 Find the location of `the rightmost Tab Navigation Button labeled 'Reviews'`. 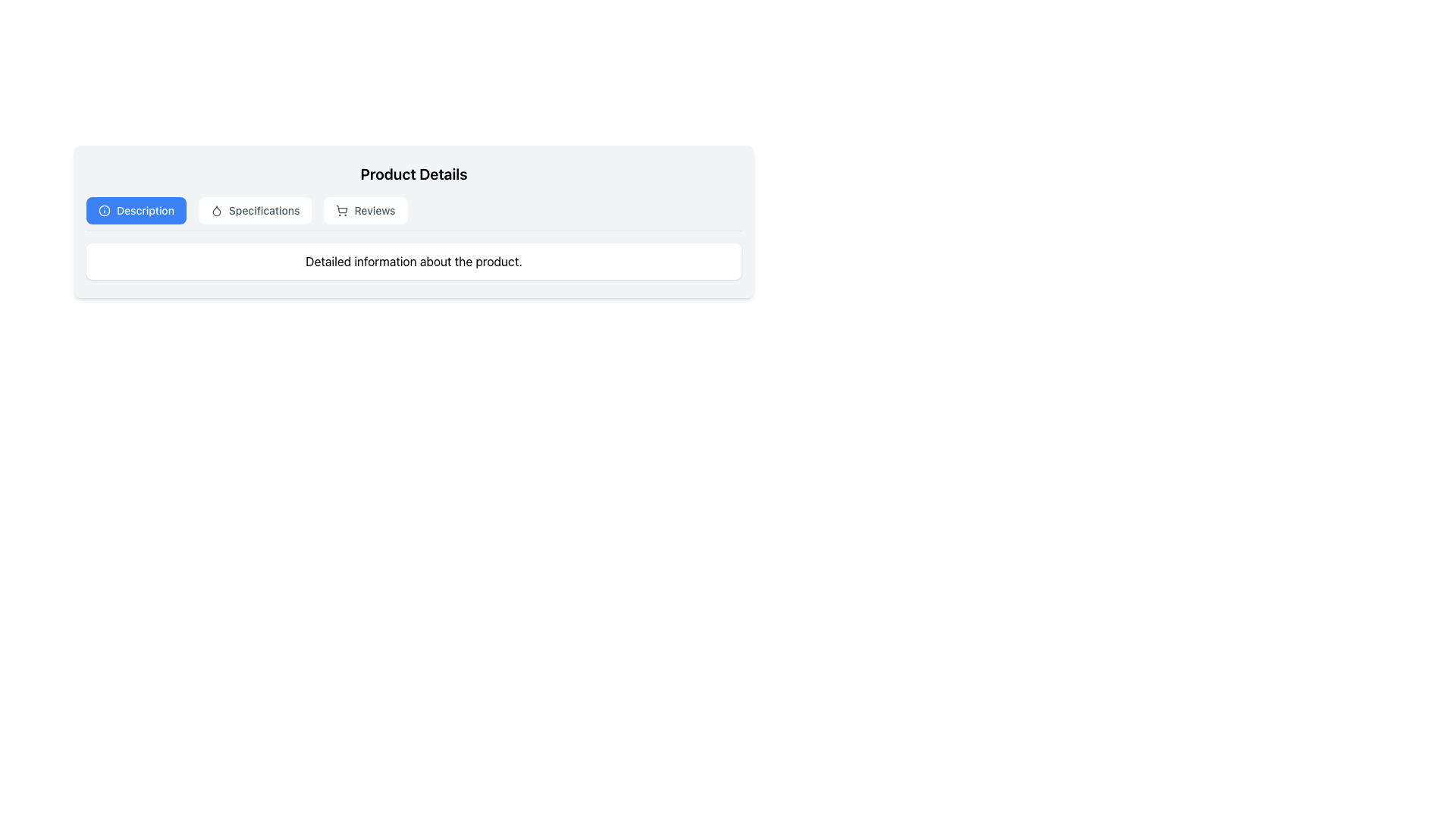

the rightmost Tab Navigation Button labeled 'Reviews' is located at coordinates (366, 210).